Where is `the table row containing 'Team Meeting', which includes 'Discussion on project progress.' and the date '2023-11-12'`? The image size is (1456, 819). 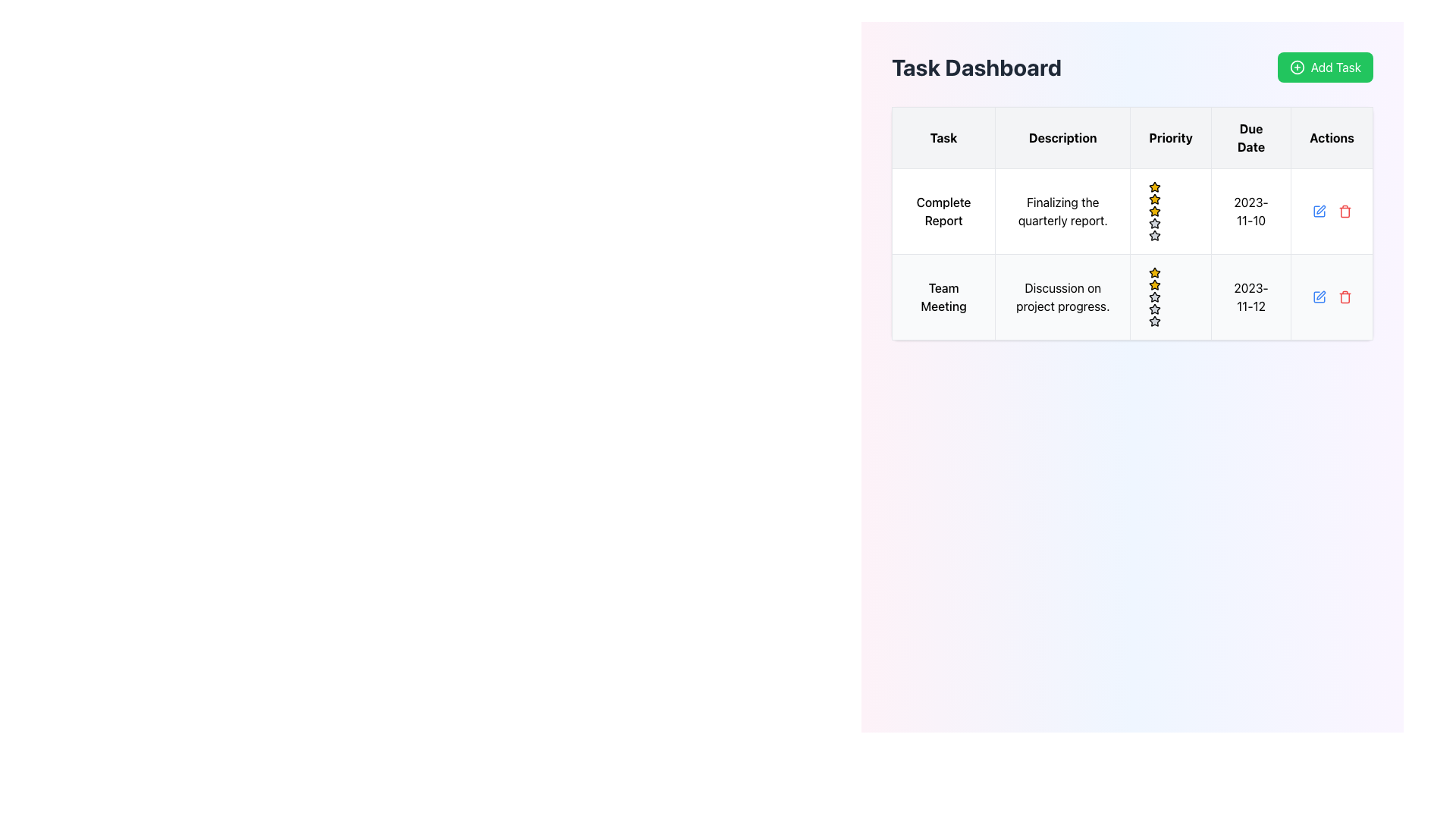
the table row containing 'Team Meeting', which includes 'Discussion on project progress.' and the date '2023-11-12' is located at coordinates (1132, 297).